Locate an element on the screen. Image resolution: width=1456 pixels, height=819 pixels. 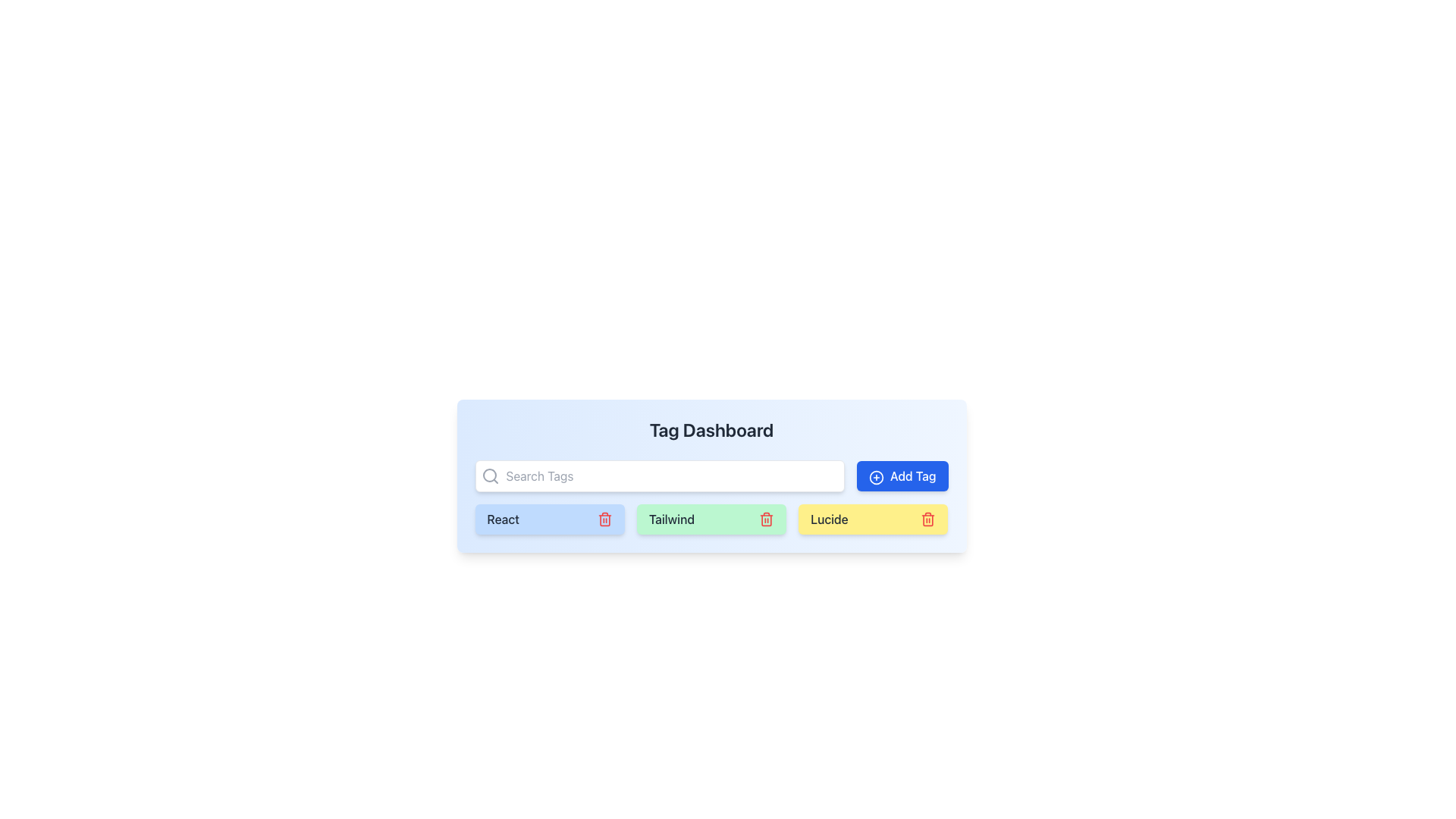
the SVG graphic element that signifies adding content, located within a button to the right of the search input field in the dashboard interface is located at coordinates (876, 476).